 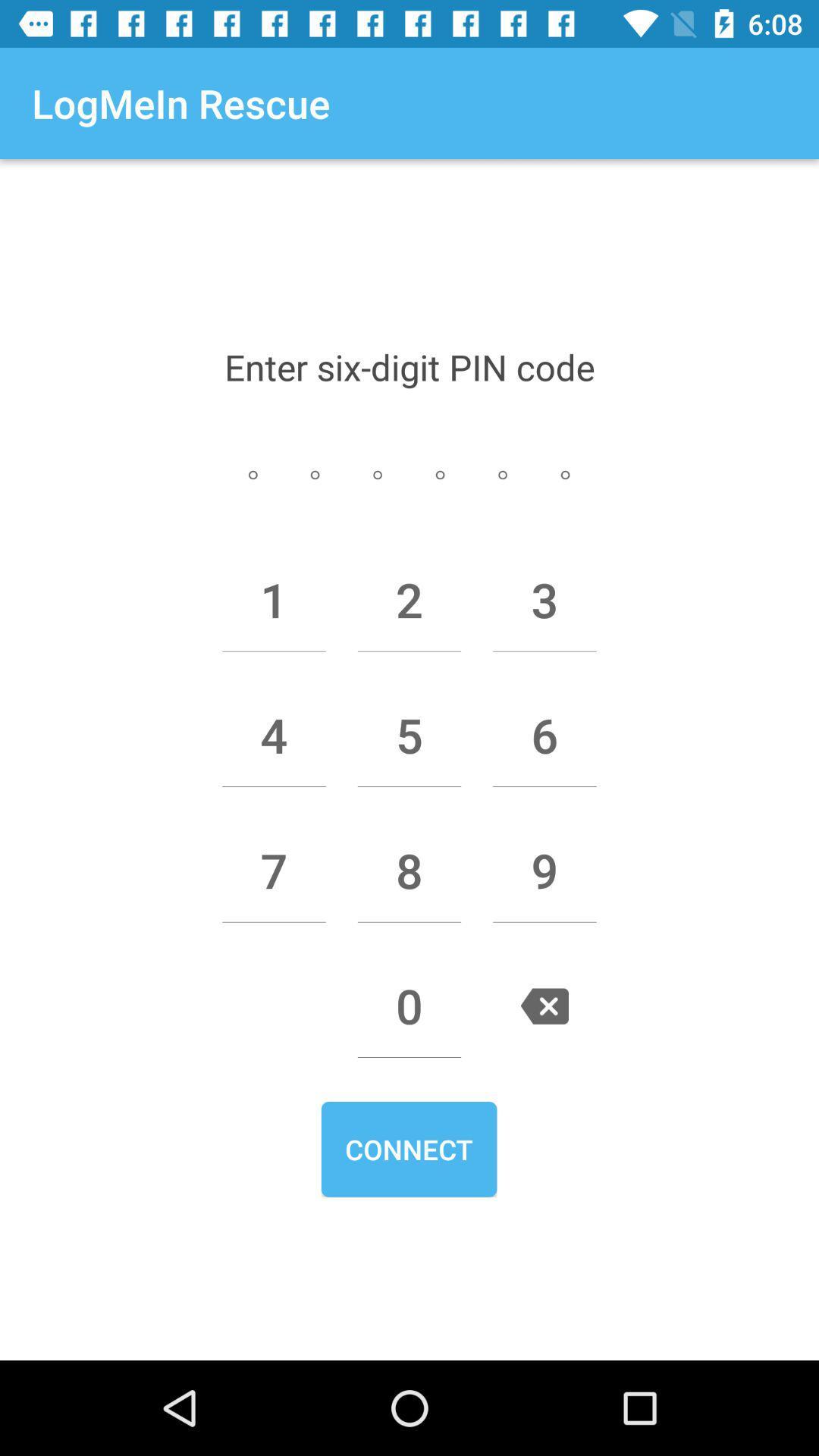 I want to click on the icon to the left of the 5 icon, so click(x=274, y=735).